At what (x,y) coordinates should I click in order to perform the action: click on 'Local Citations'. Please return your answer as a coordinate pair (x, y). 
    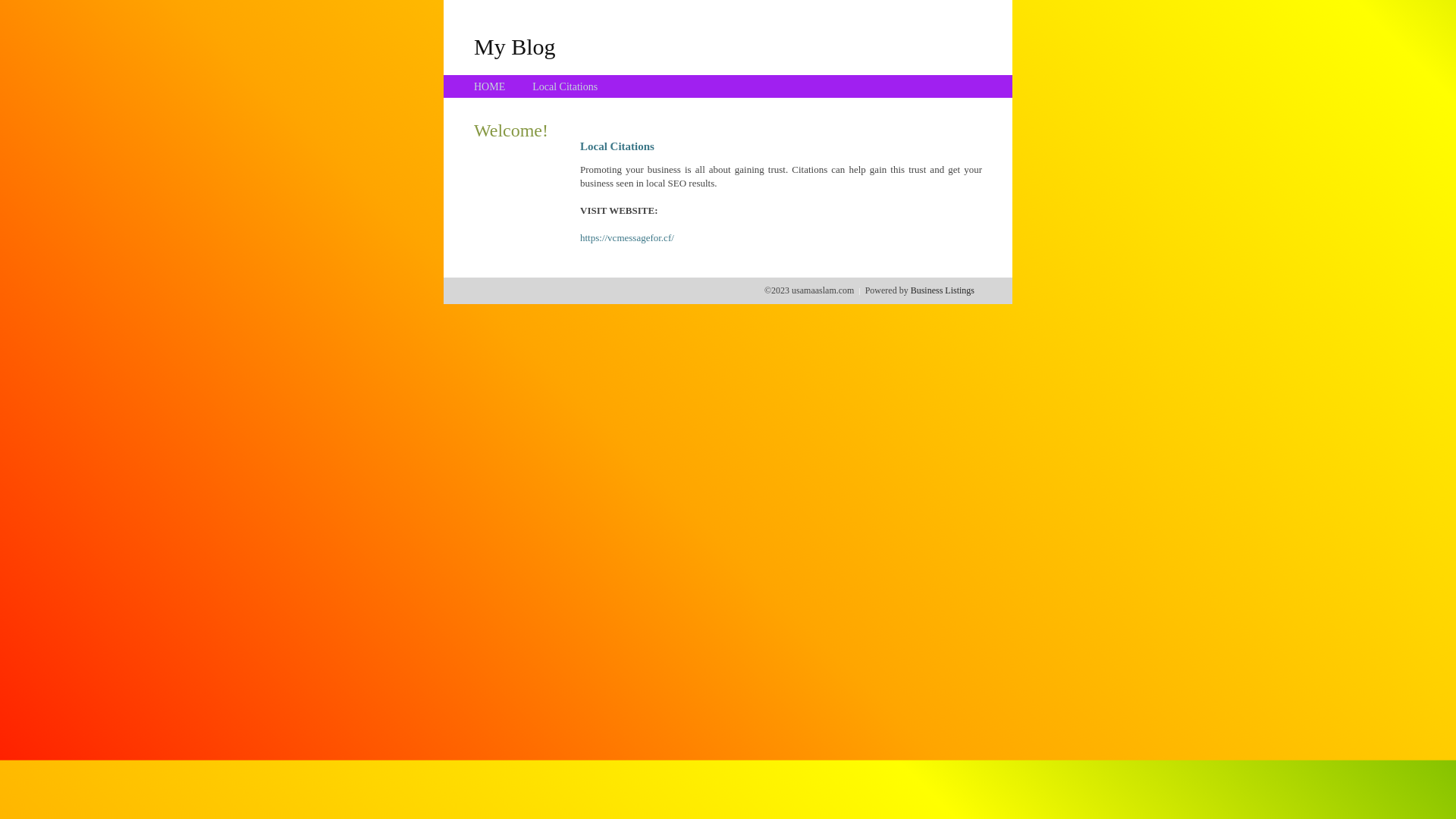
    Looking at the image, I should click on (563, 86).